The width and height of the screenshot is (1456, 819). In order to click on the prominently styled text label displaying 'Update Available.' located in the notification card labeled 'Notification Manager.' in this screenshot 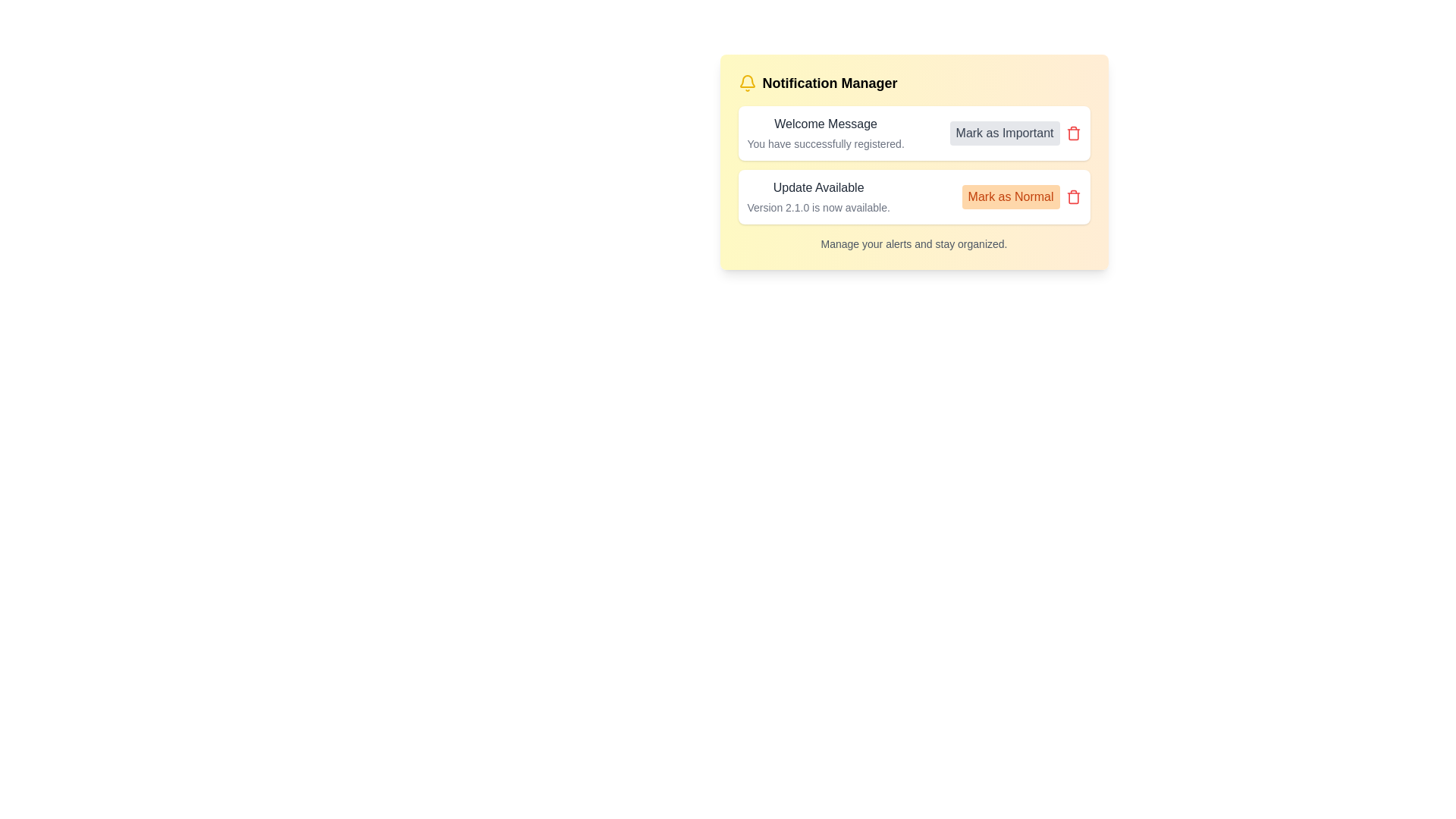, I will do `click(817, 187)`.